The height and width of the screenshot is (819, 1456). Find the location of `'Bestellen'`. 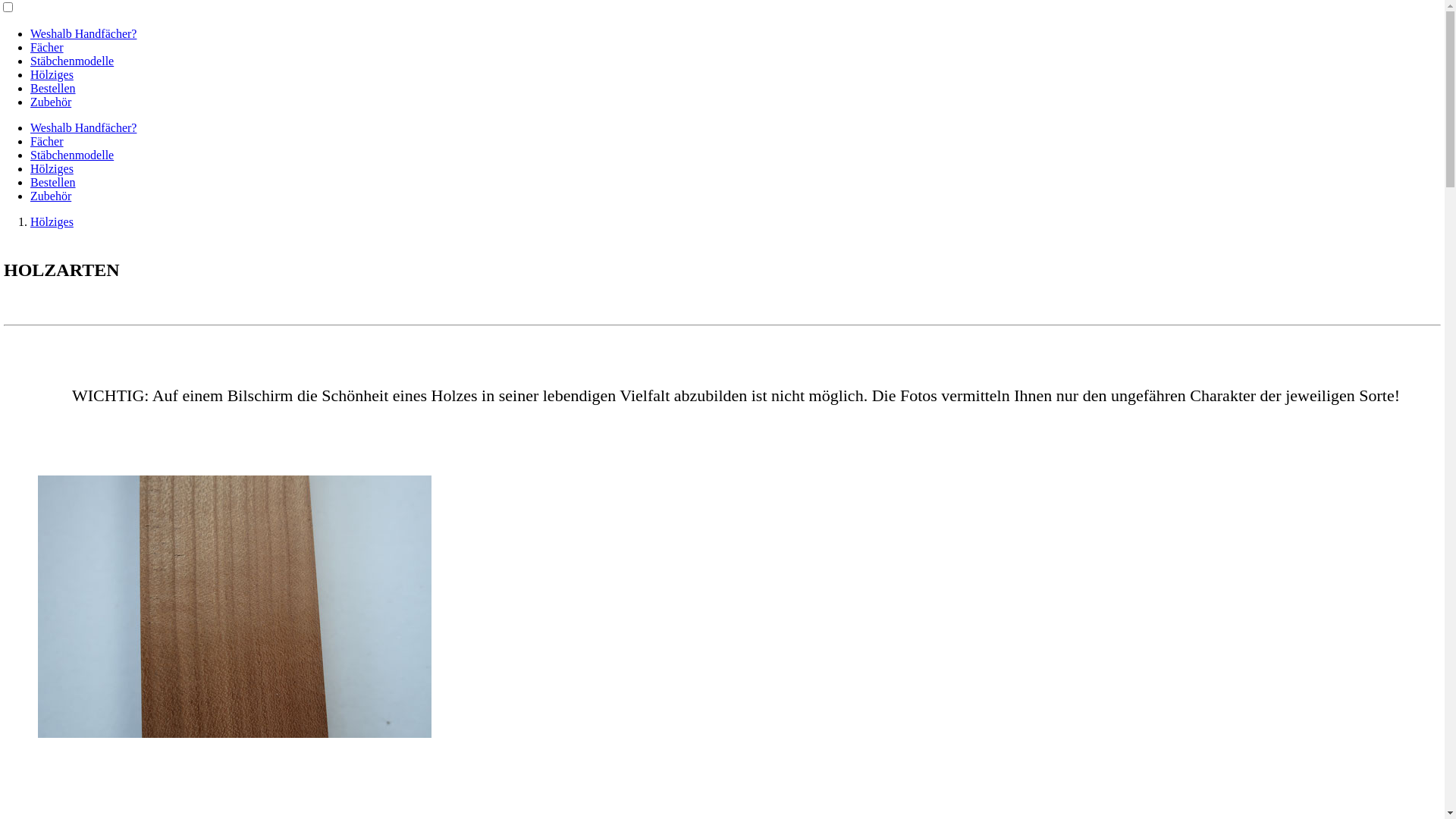

'Bestellen' is located at coordinates (30, 181).